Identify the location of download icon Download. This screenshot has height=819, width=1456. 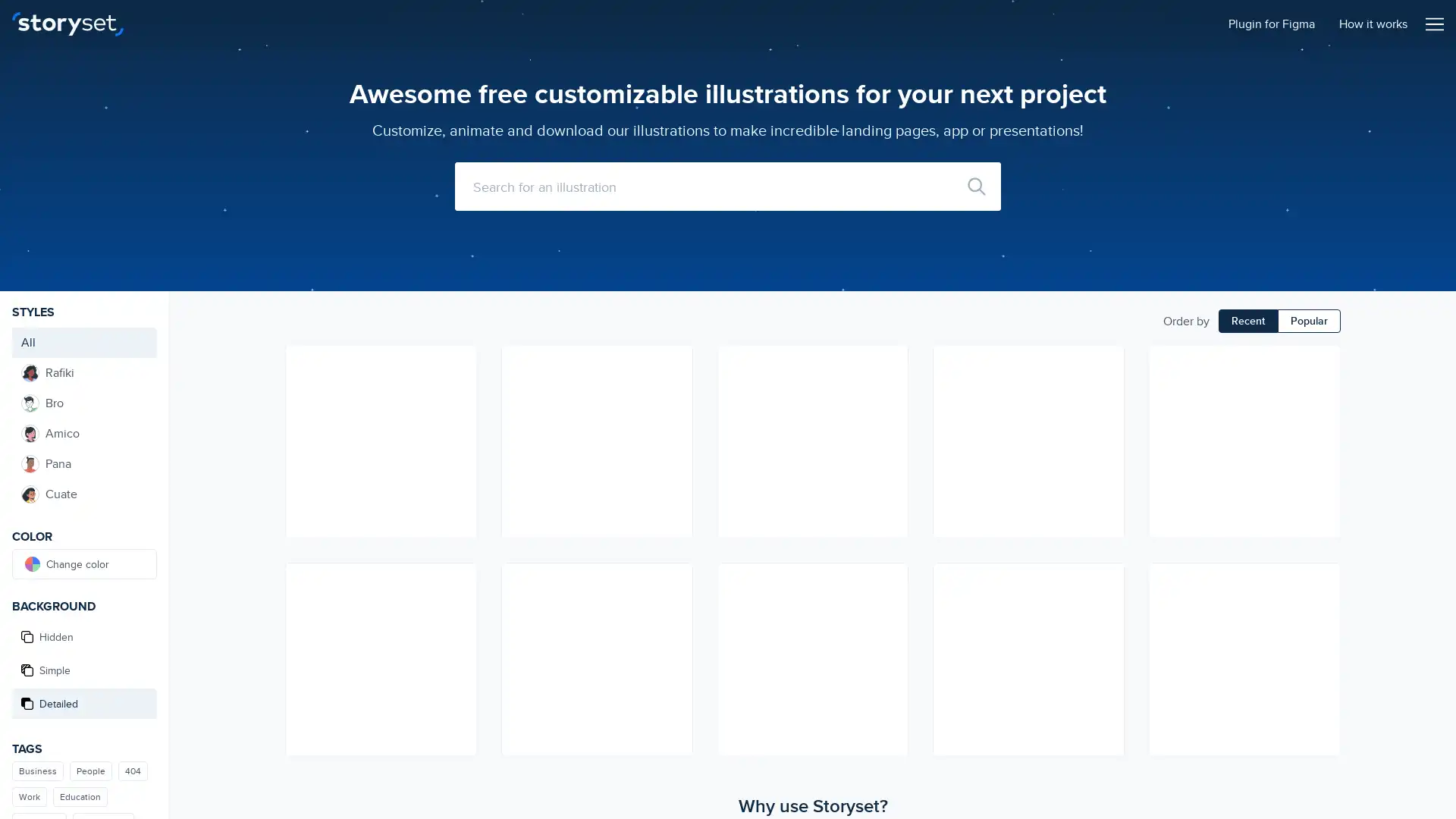
(1106, 391).